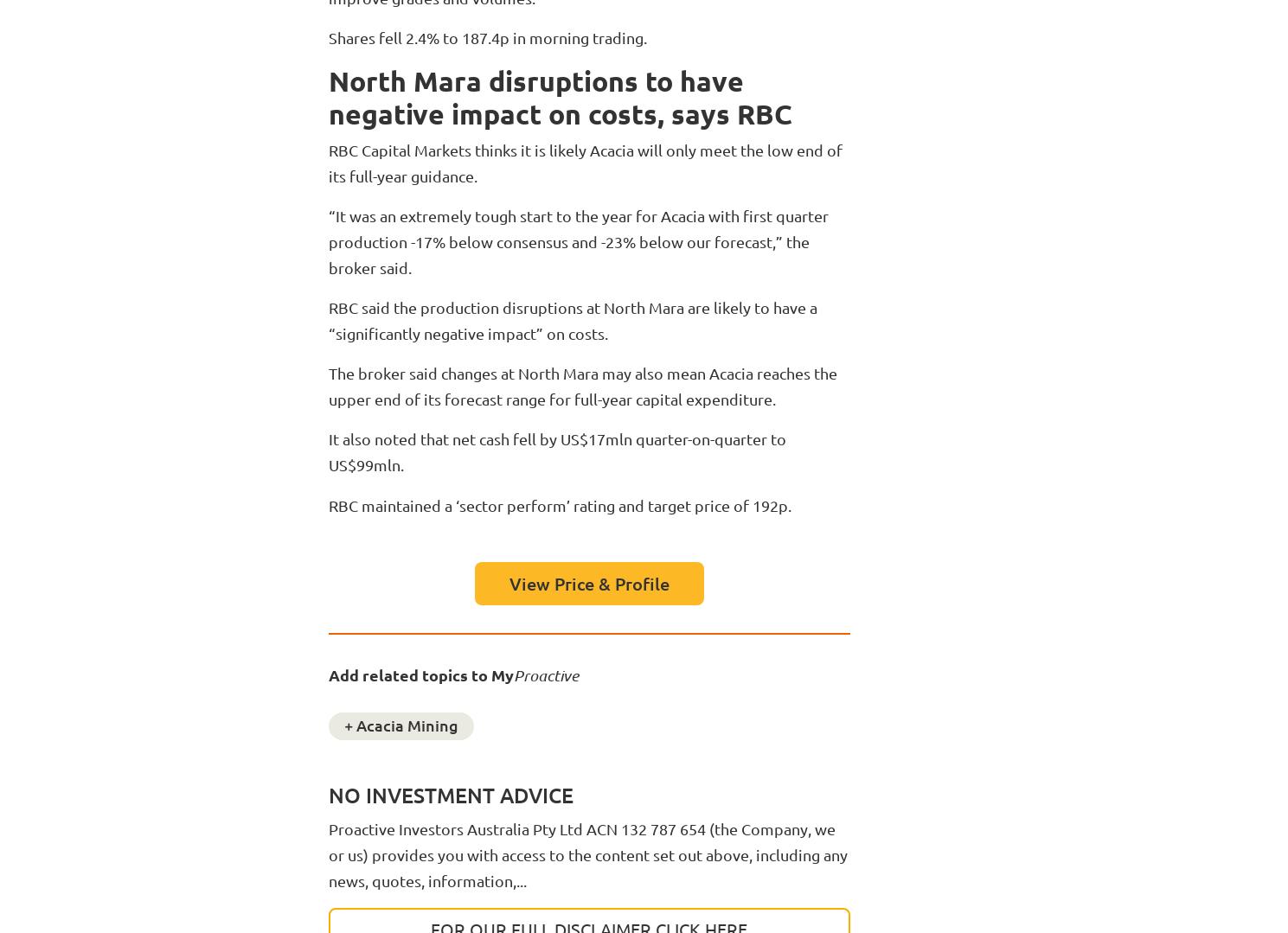 The height and width of the screenshot is (933, 1288). I want to click on 'Proactive', so click(513, 674).